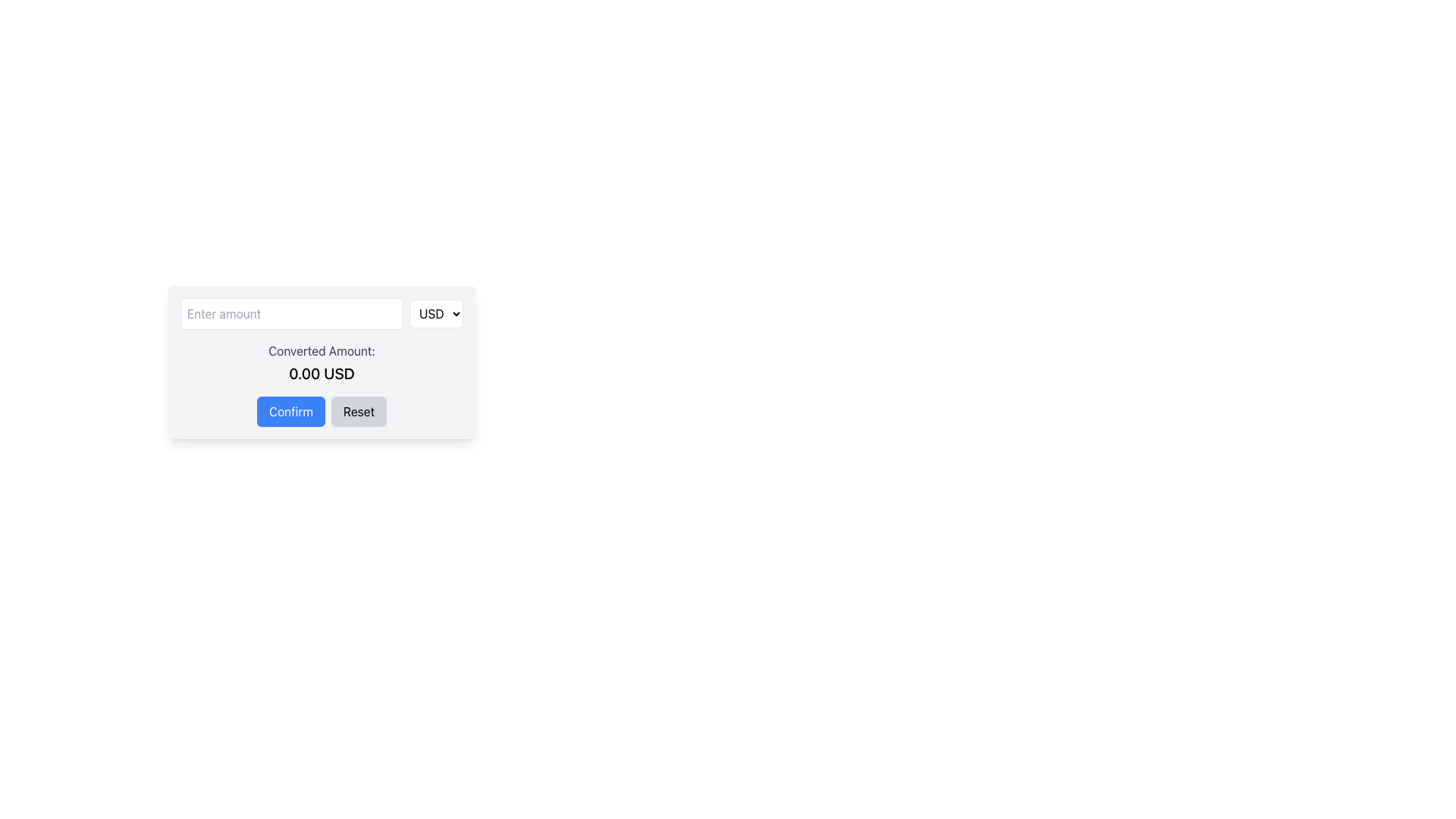  Describe the element at coordinates (321, 362) in the screenshot. I see `the informational text block displaying 'Converted Amount:' and '0.00 USD', which is centrally positioned below a dropdown input field and above the 'Confirm' and 'Reset' buttons` at that location.